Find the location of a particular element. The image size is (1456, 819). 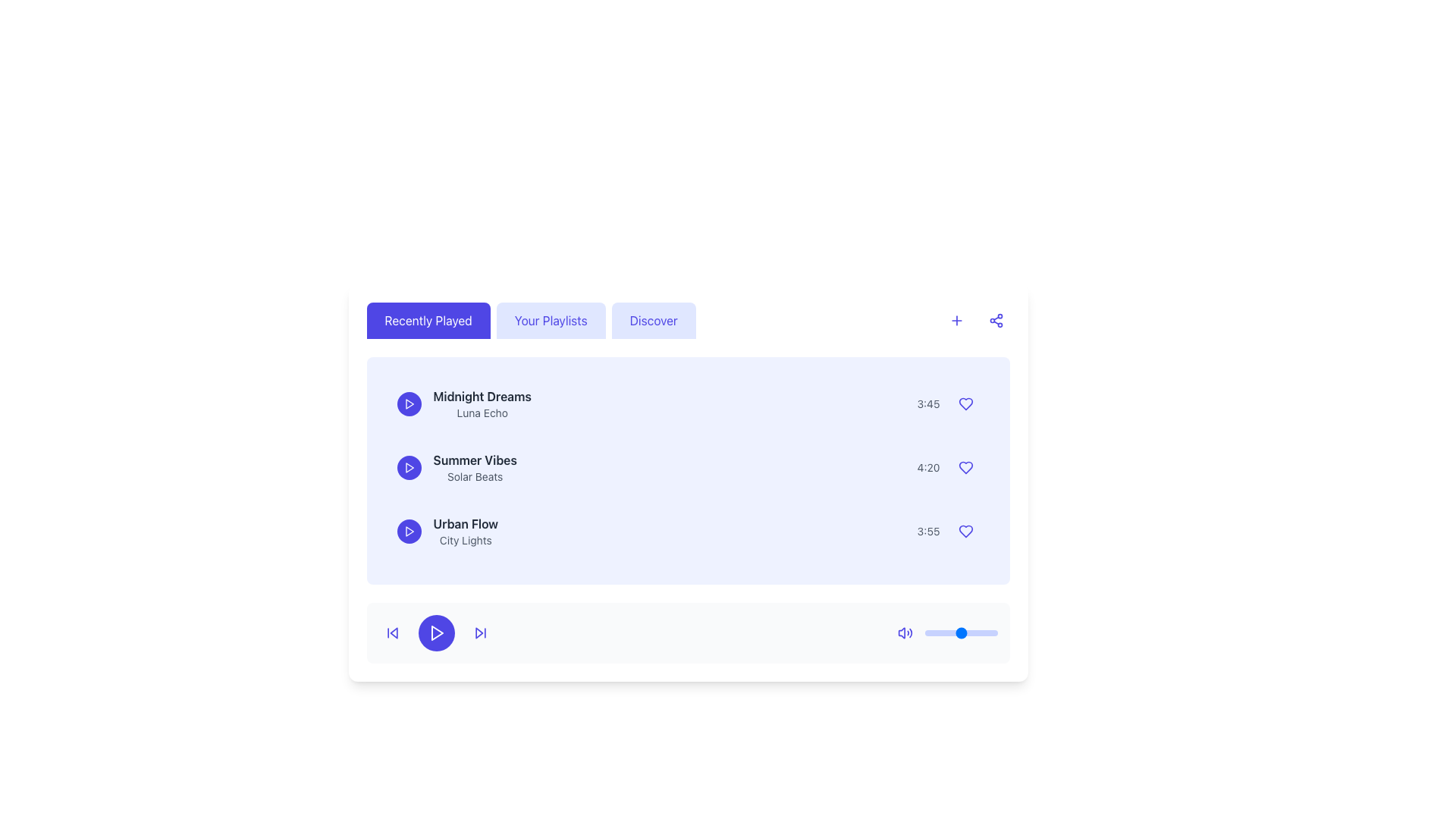

the play button icon located to the left of the 'Midnight Dreams' item to initiate playback is located at coordinates (409, 403).